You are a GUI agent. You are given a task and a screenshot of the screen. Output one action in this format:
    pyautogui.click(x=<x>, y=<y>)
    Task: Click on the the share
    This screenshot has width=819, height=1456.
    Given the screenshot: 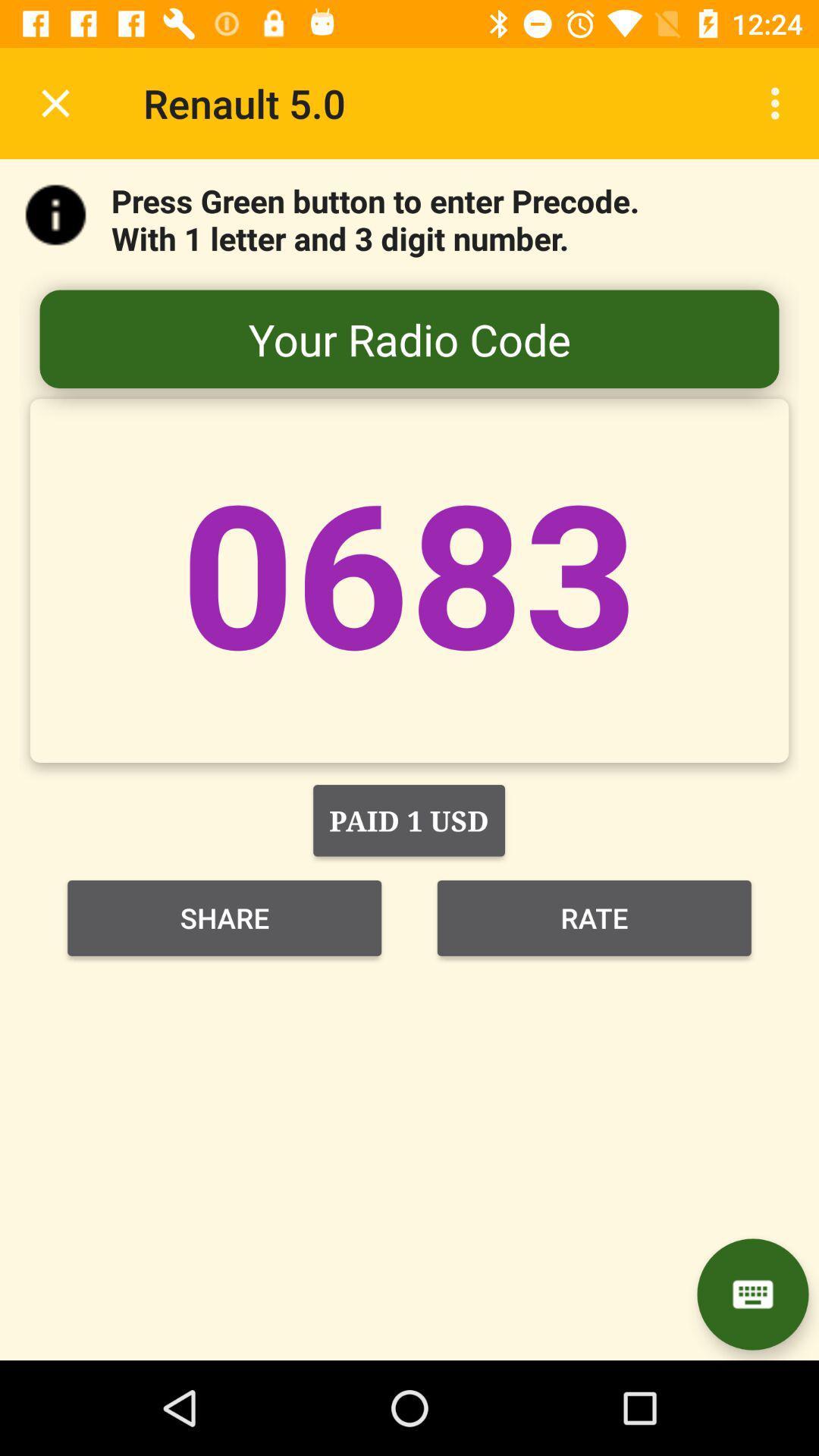 What is the action you would take?
    pyautogui.click(x=224, y=917)
    